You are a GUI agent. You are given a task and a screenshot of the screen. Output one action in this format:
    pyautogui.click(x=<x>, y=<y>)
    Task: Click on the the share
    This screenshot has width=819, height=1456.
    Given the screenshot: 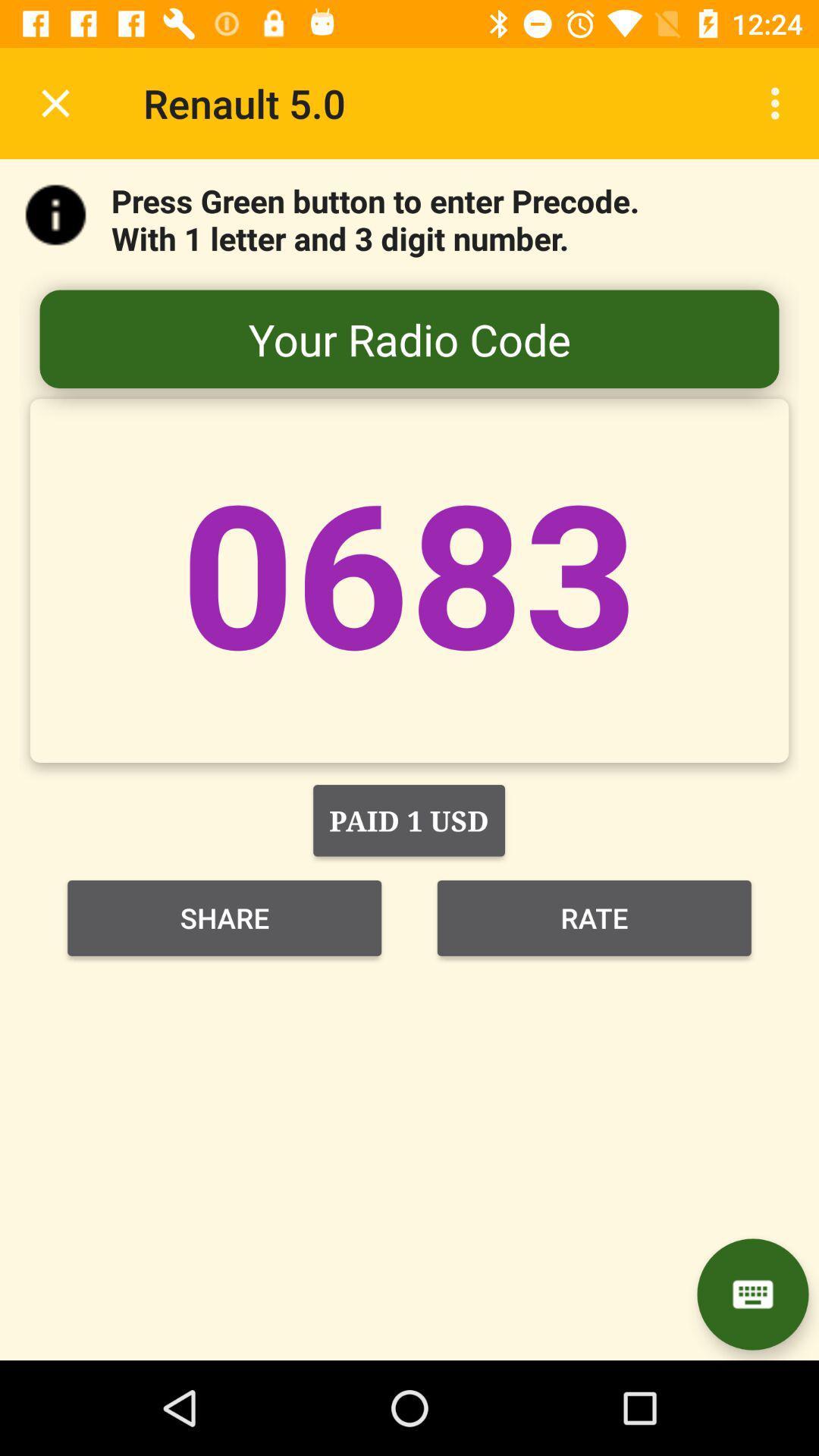 What is the action you would take?
    pyautogui.click(x=224, y=917)
    